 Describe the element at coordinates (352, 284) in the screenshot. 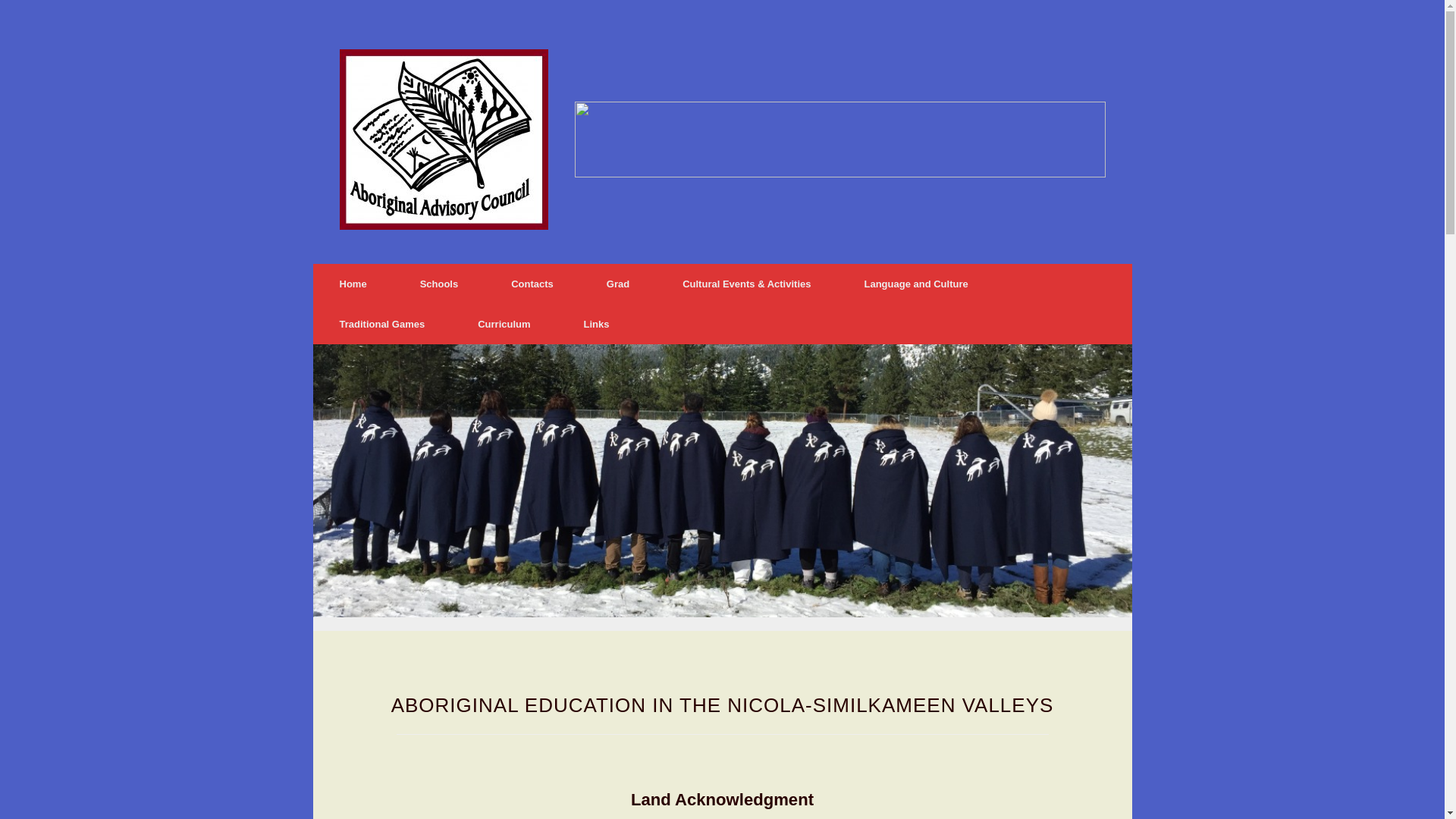

I see `'Home'` at that location.